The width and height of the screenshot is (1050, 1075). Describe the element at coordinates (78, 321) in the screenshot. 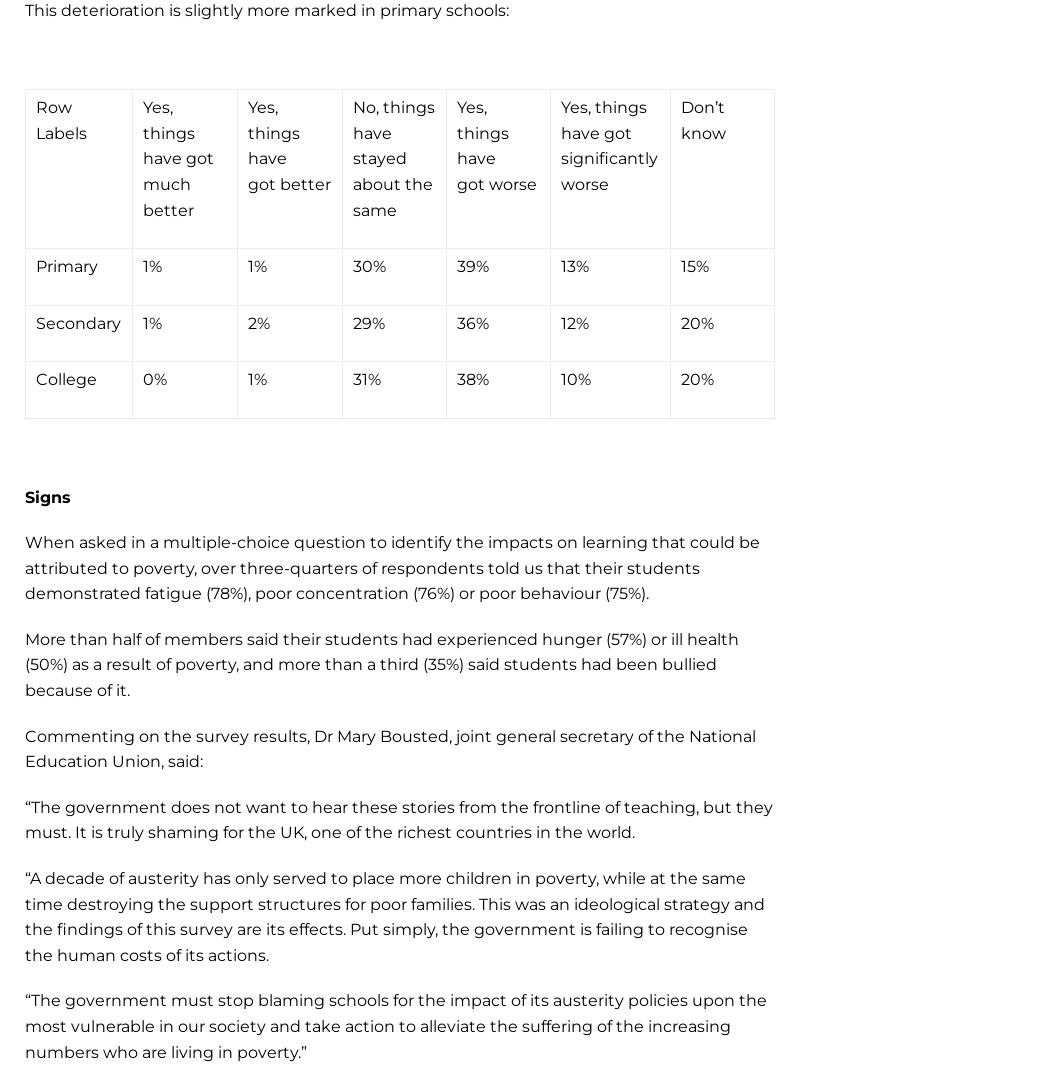

I see `'Secondary'` at that location.